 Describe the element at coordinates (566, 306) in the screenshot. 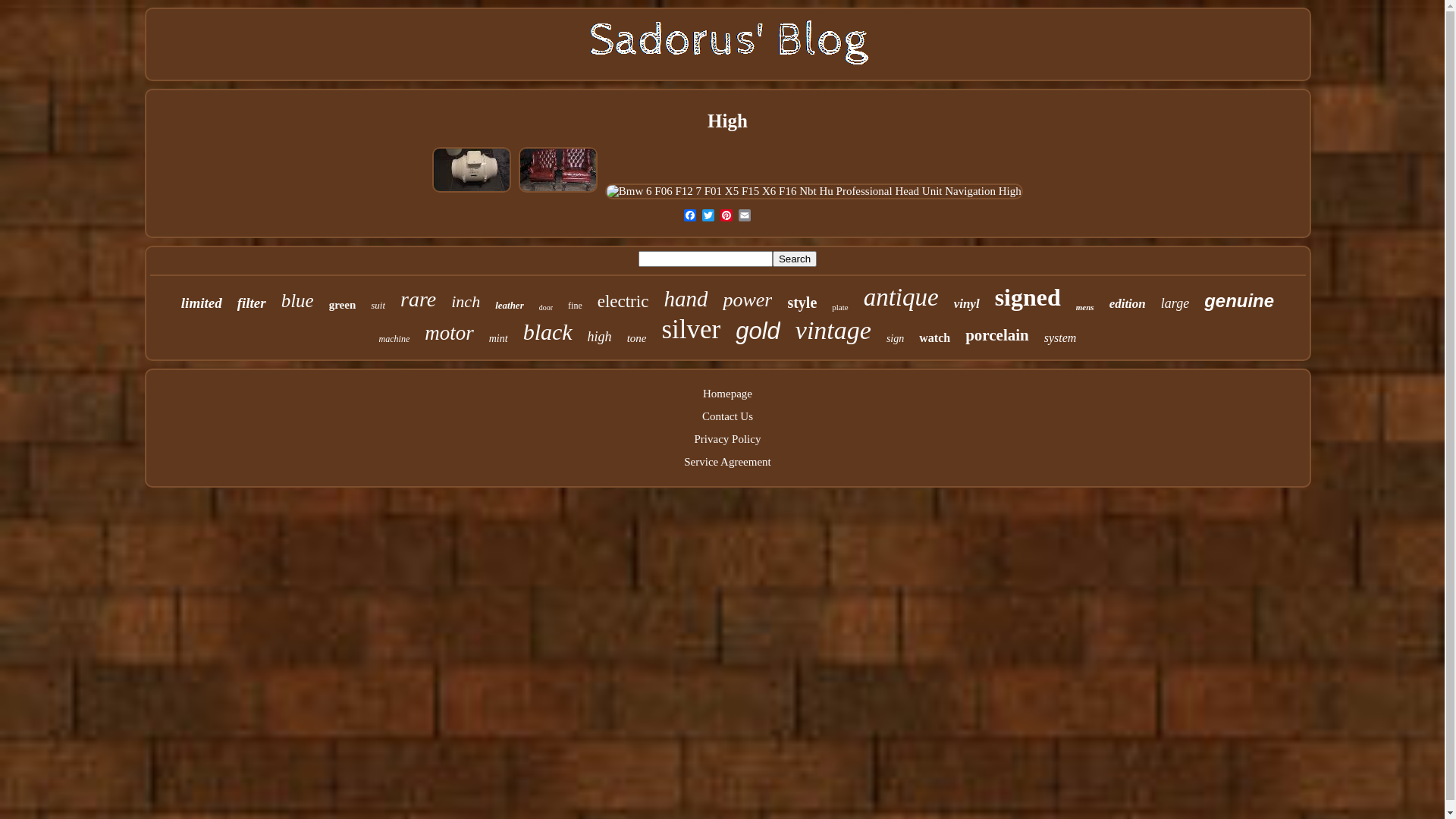

I see `'fine'` at that location.